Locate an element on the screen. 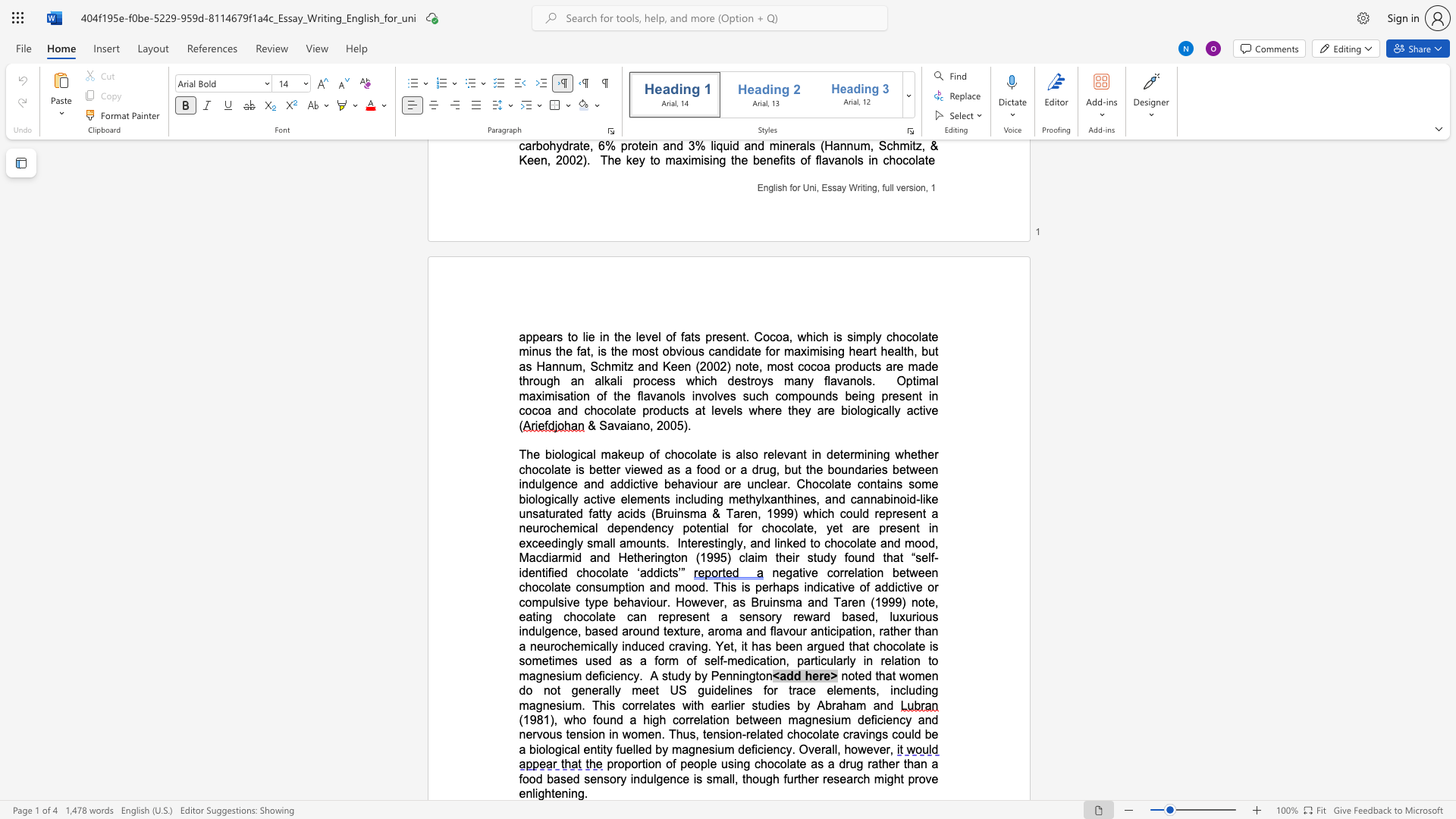 This screenshot has width=1456, height=819. the subset text "ugh f" within the text "proportion of people using chocolate as a drug rather than a food based sensory indulgence is small, though further research might prove enlightening." is located at coordinates (759, 779).